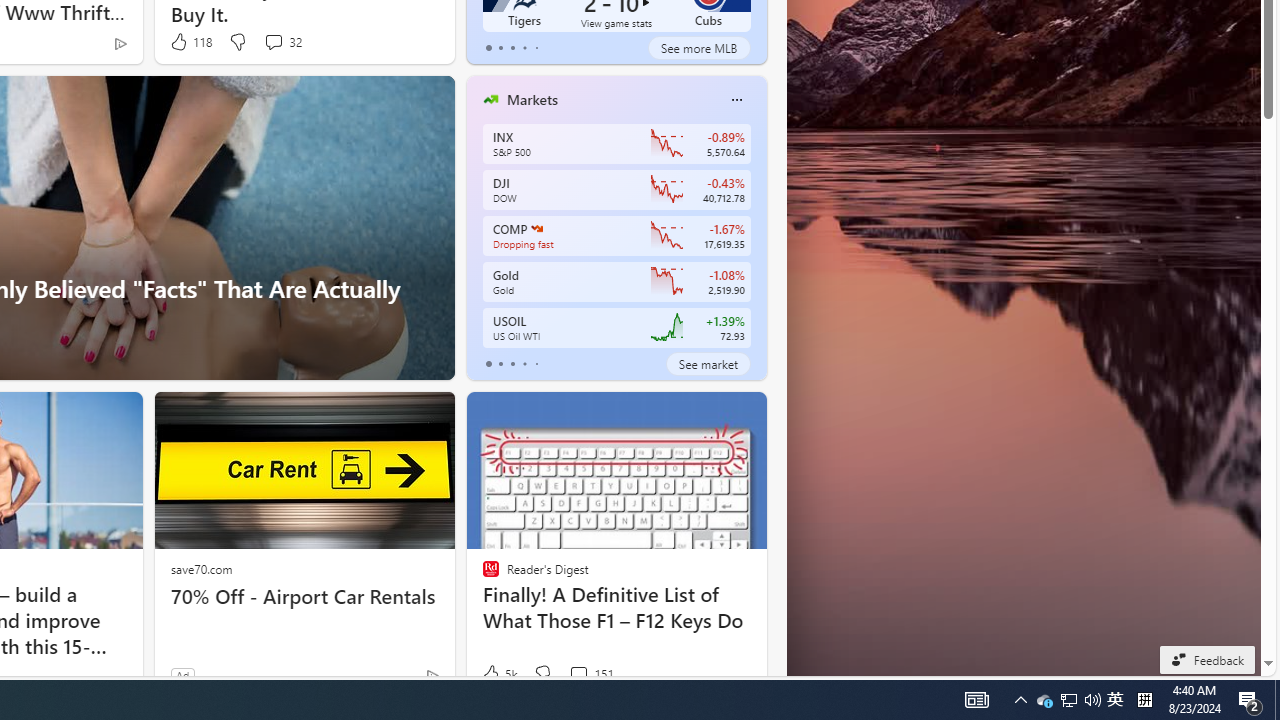 Image resolution: width=1280 pixels, height=720 pixels. I want to click on 'View comments 151 Comment', so click(577, 673).